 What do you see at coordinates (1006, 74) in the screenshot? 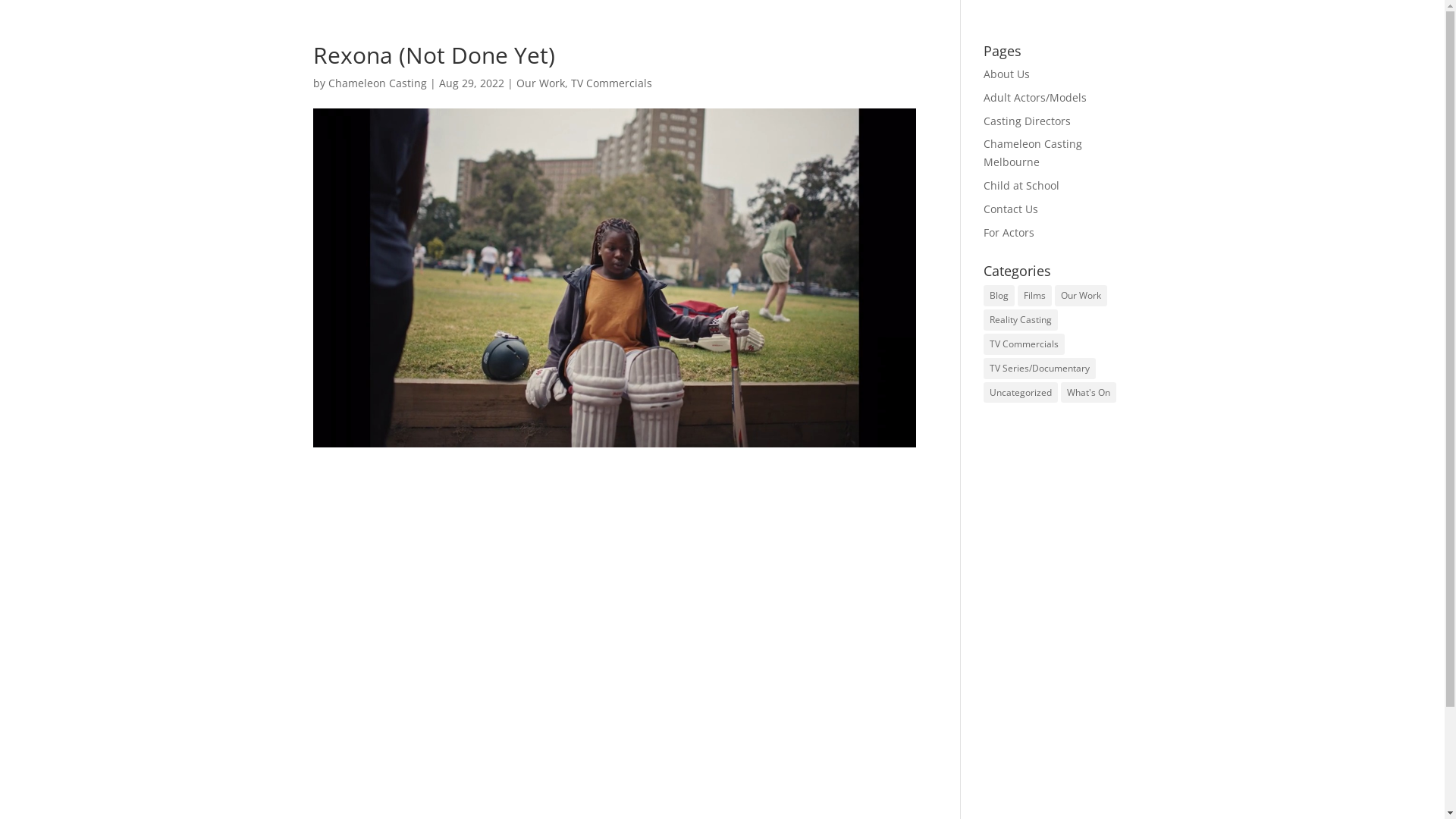
I see `'About Us'` at bounding box center [1006, 74].